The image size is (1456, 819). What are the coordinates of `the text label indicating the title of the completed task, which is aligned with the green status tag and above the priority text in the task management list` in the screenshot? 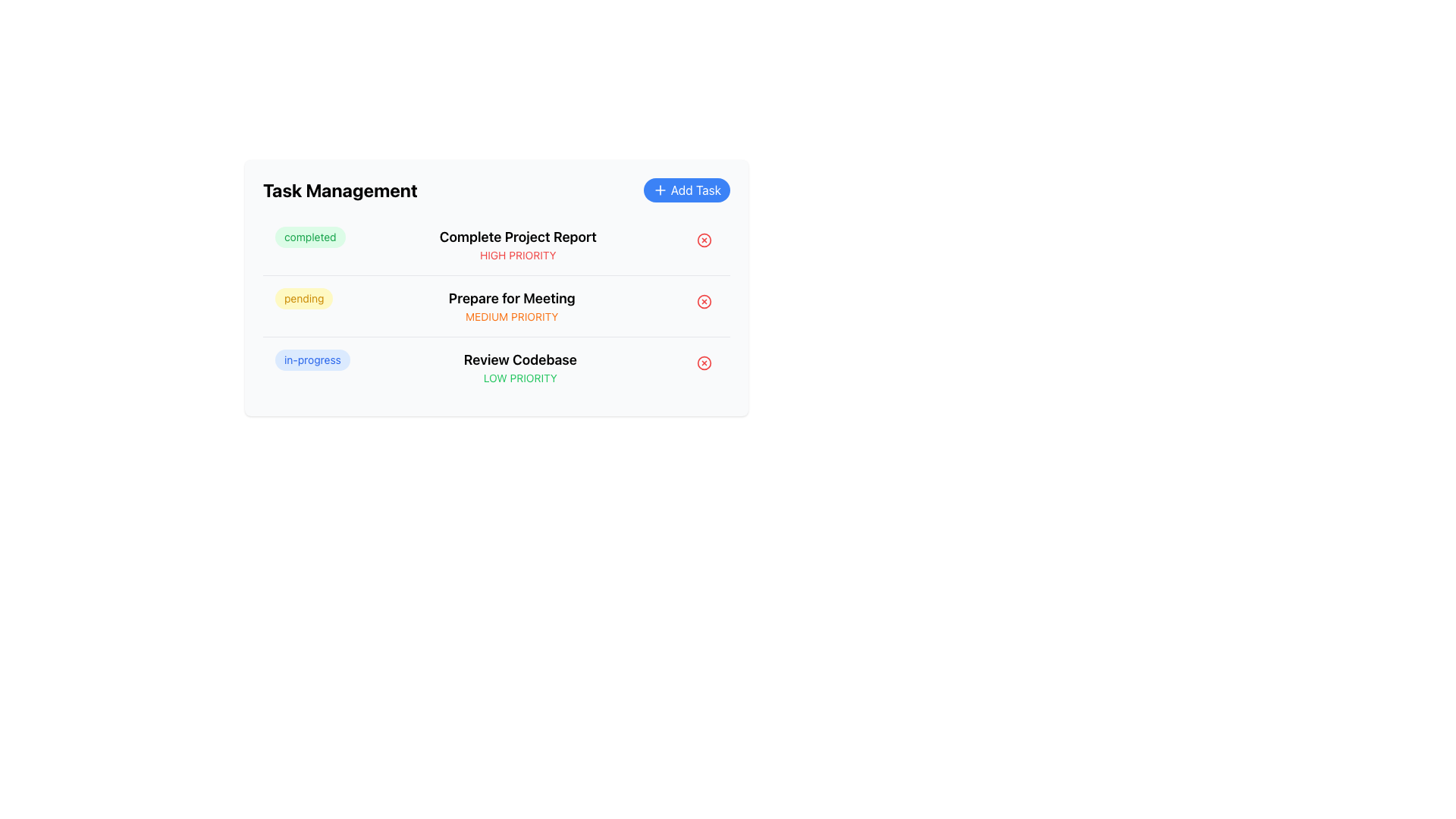 It's located at (518, 237).